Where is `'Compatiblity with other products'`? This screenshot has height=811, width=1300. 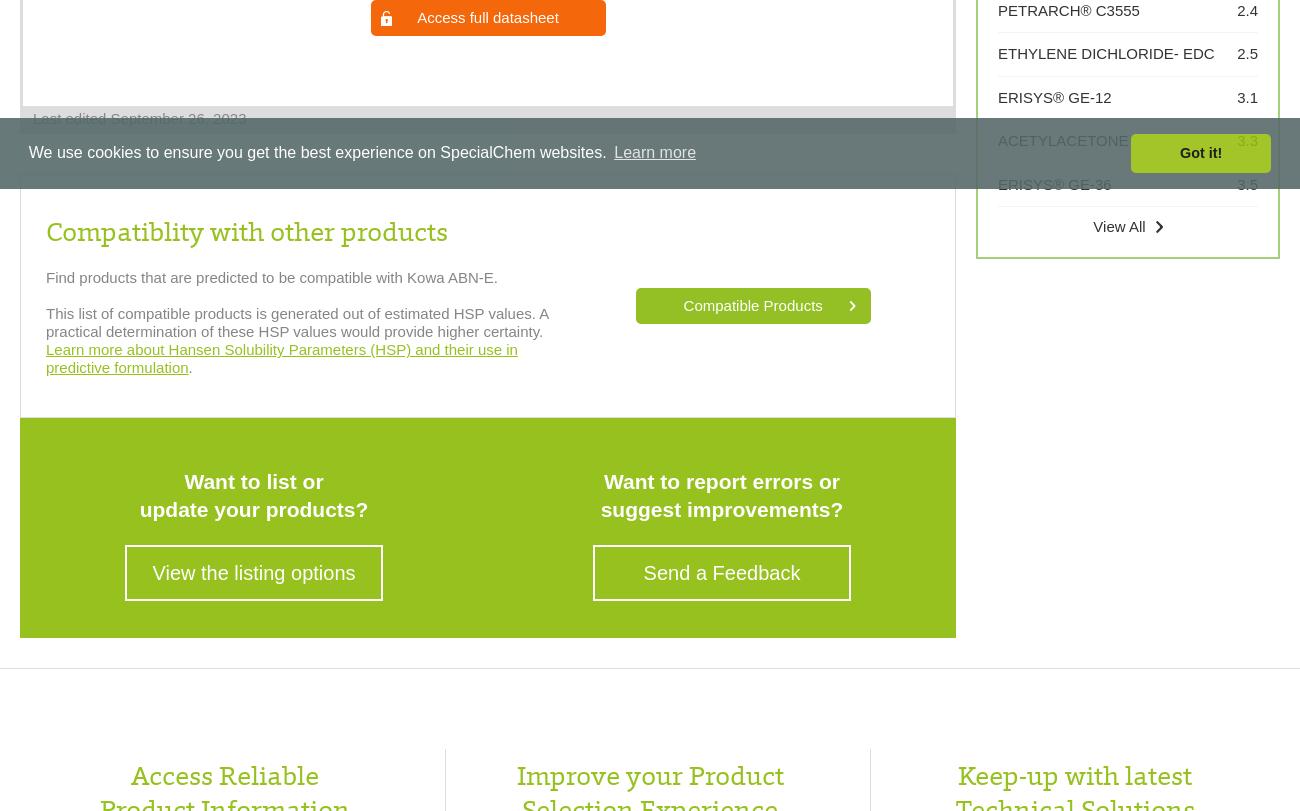 'Compatiblity with other products' is located at coordinates (246, 231).